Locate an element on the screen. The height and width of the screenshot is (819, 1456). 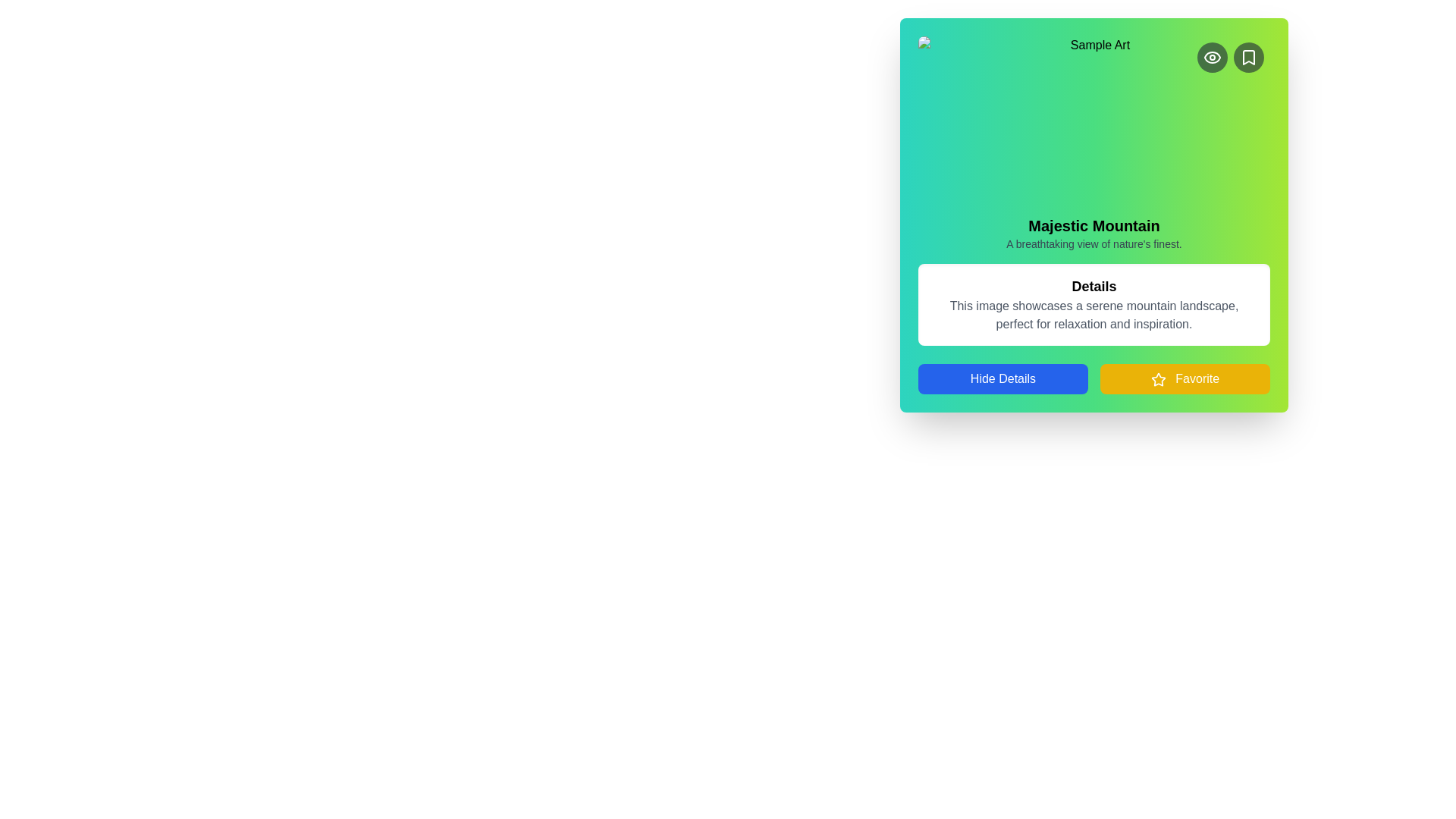
the text element displaying the title 'Majestic Mountain', which is styled in large bold font on a green-to-blue gradient background, positioned near the top center of the card interface is located at coordinates (1094, 225).